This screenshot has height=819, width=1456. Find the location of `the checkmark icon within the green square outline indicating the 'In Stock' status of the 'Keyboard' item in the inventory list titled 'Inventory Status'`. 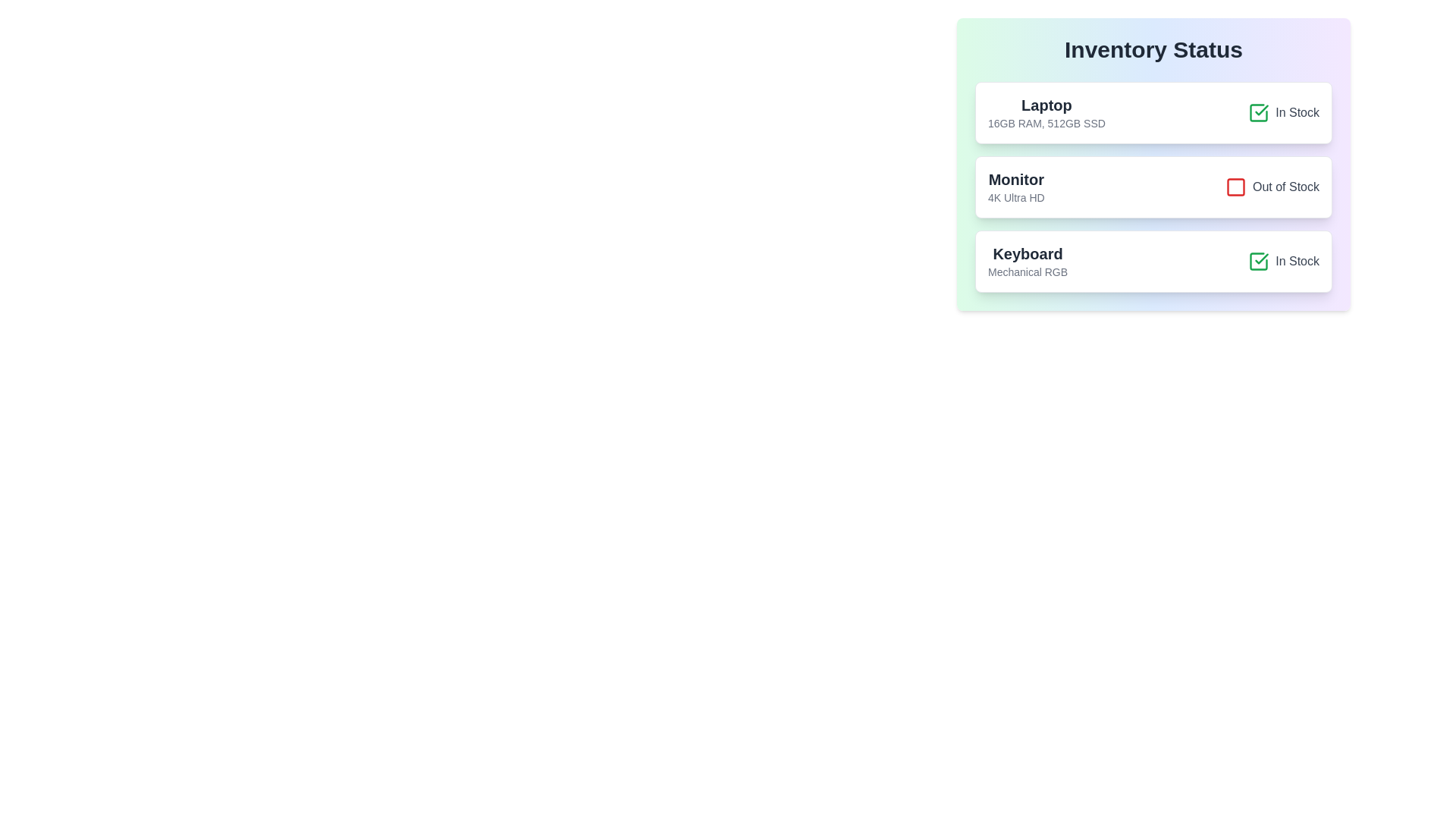

the checkmark icon within the green square outline indicating the 'In Stock' status of the 'Keyboard' item in the inventory list titled 'Inventory Status' is located at coordinates (1262, 109).